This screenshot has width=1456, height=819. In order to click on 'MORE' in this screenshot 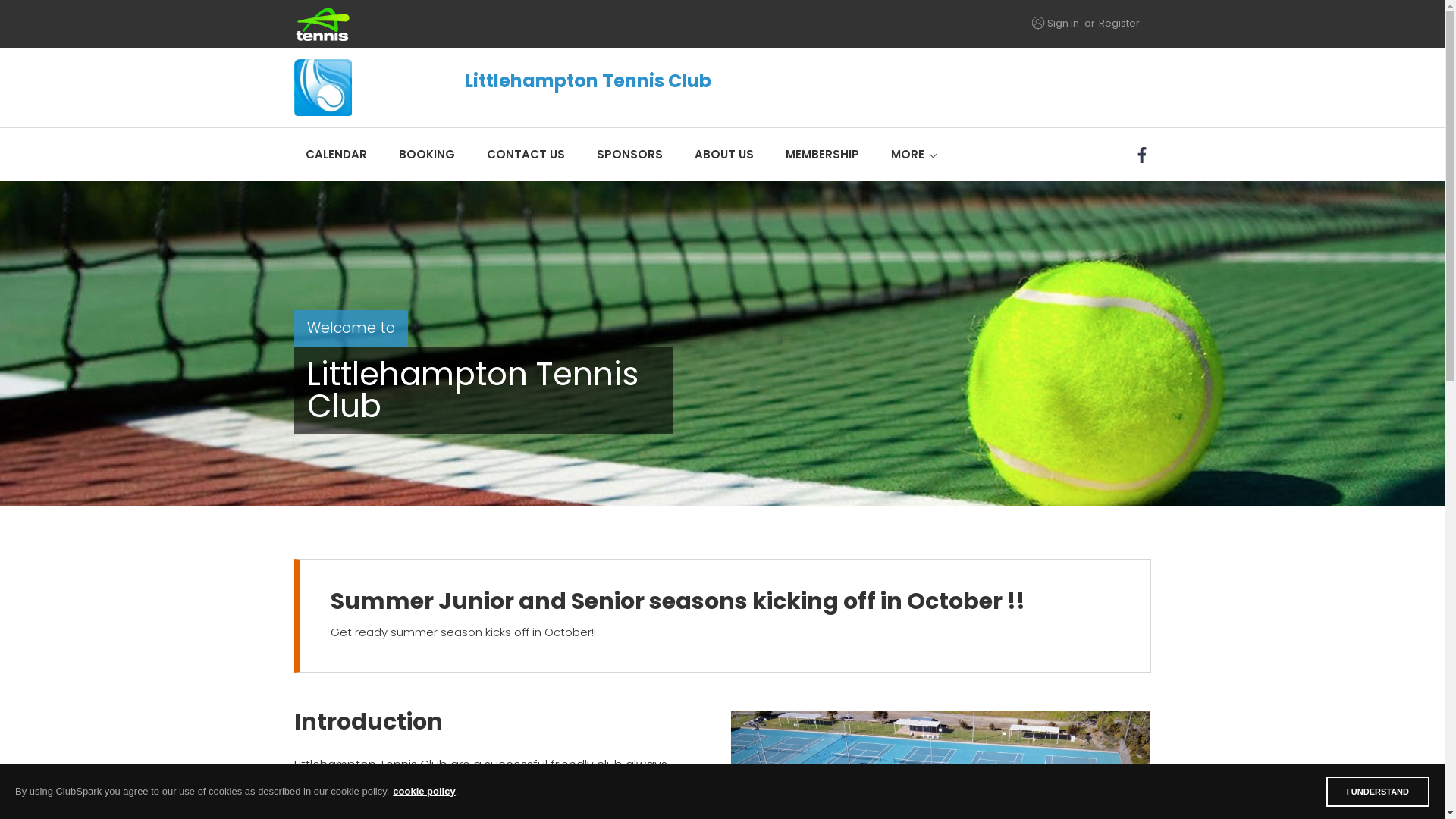, I will do `click(907, 155)`.